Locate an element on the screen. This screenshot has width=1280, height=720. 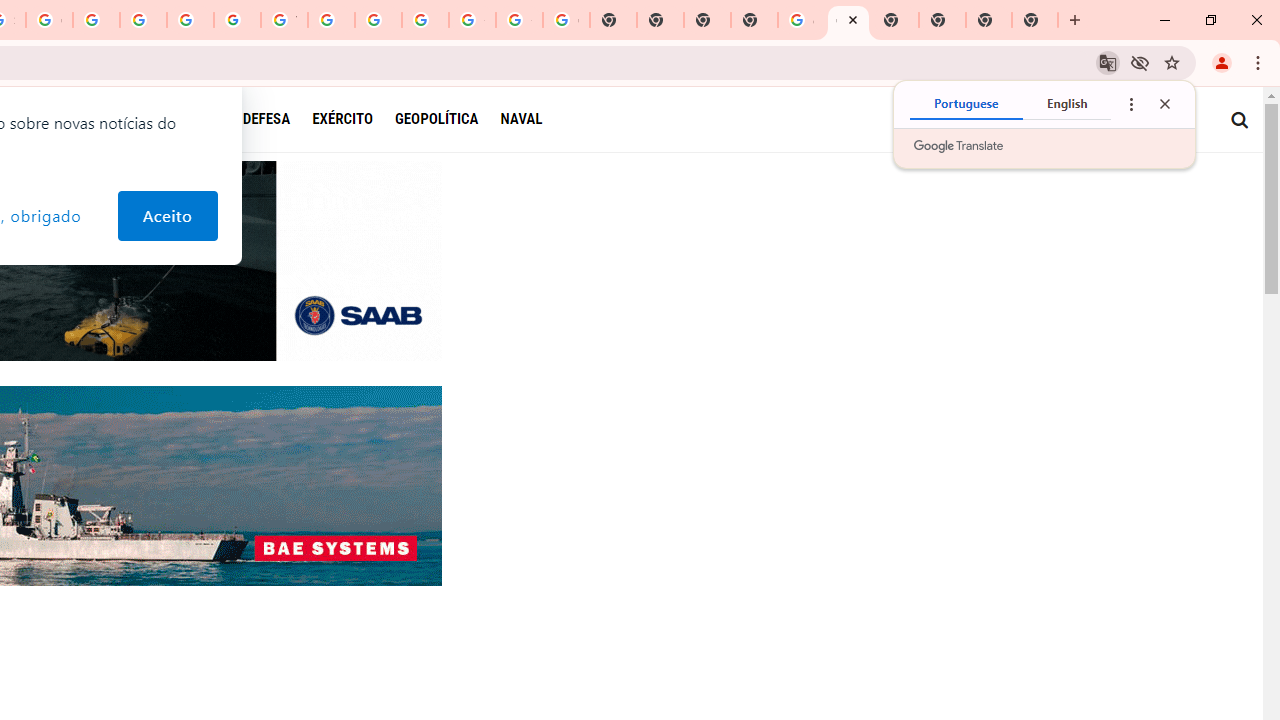
'New Tab' is located at coordinates (1035, 20).